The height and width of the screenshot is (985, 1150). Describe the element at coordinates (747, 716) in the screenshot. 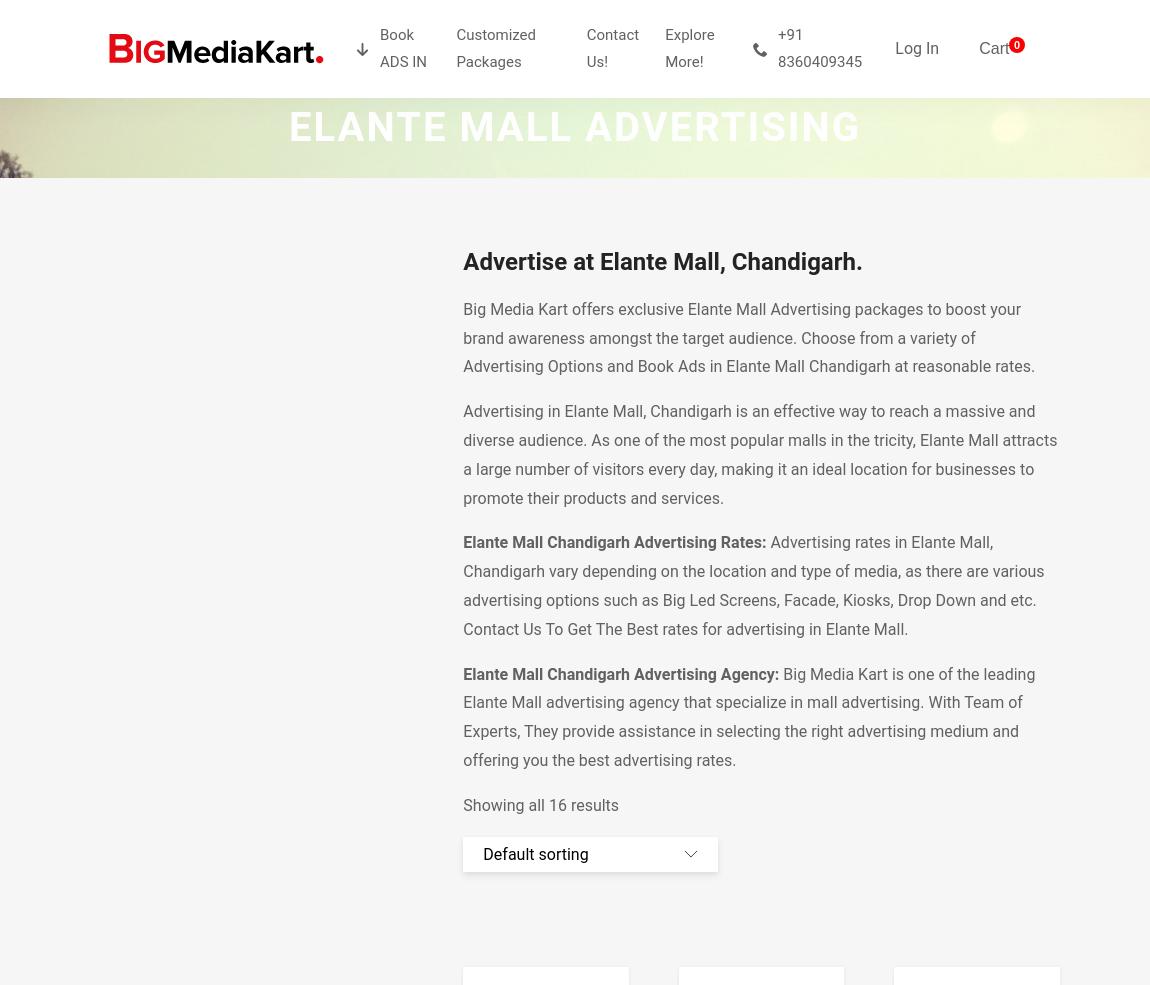

I see `'Big Media Kart is one of the leading Elante Mall advertising agency that specialize in mall advertising. With Team of Experts, They provide assistance in selecting the right advertising medium and offering you the best advertising rates.'` at that location.